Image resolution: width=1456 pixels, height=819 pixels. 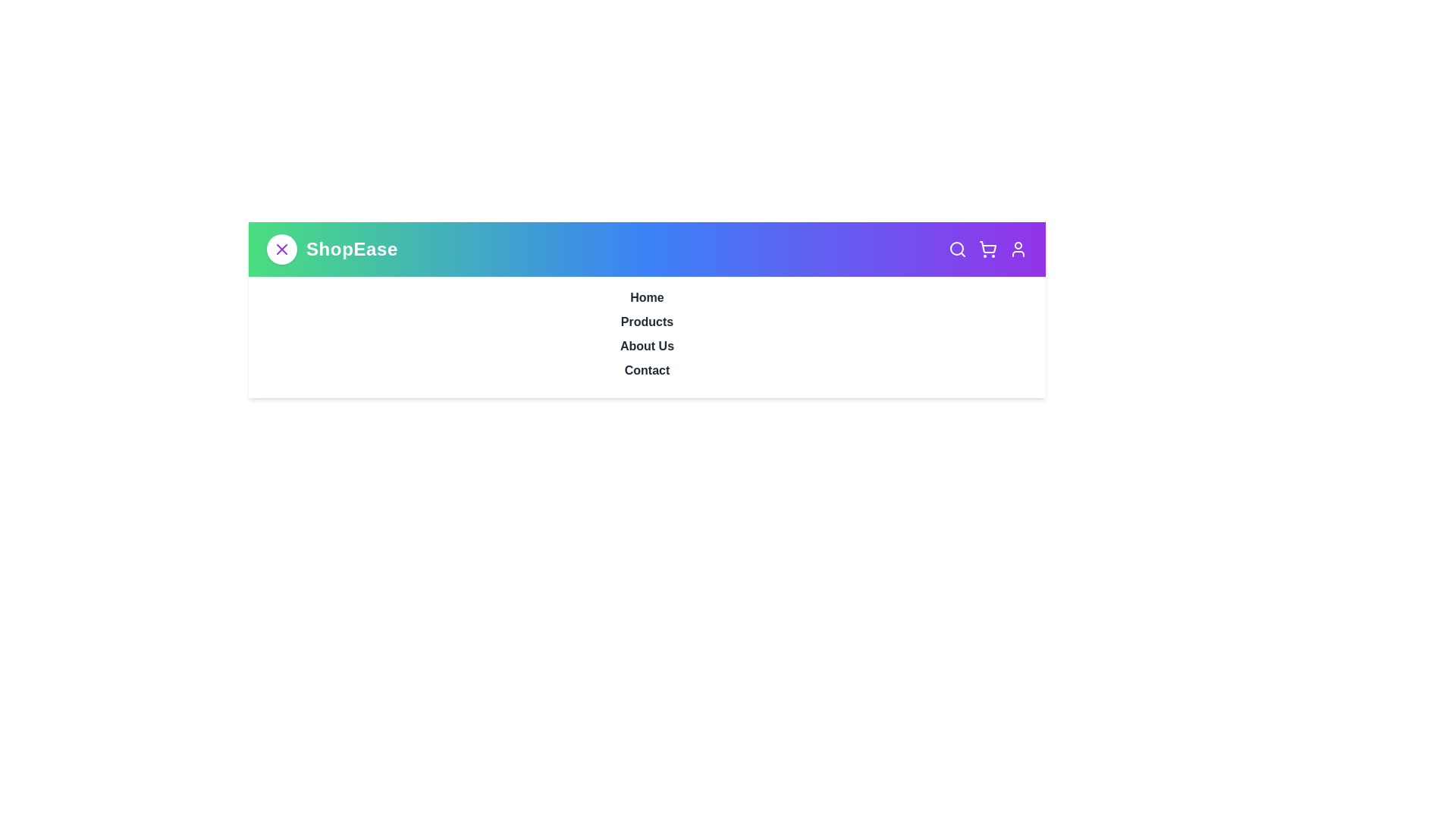 I want to click on the search icon in the navigation bar, so click(x=956, y=248).